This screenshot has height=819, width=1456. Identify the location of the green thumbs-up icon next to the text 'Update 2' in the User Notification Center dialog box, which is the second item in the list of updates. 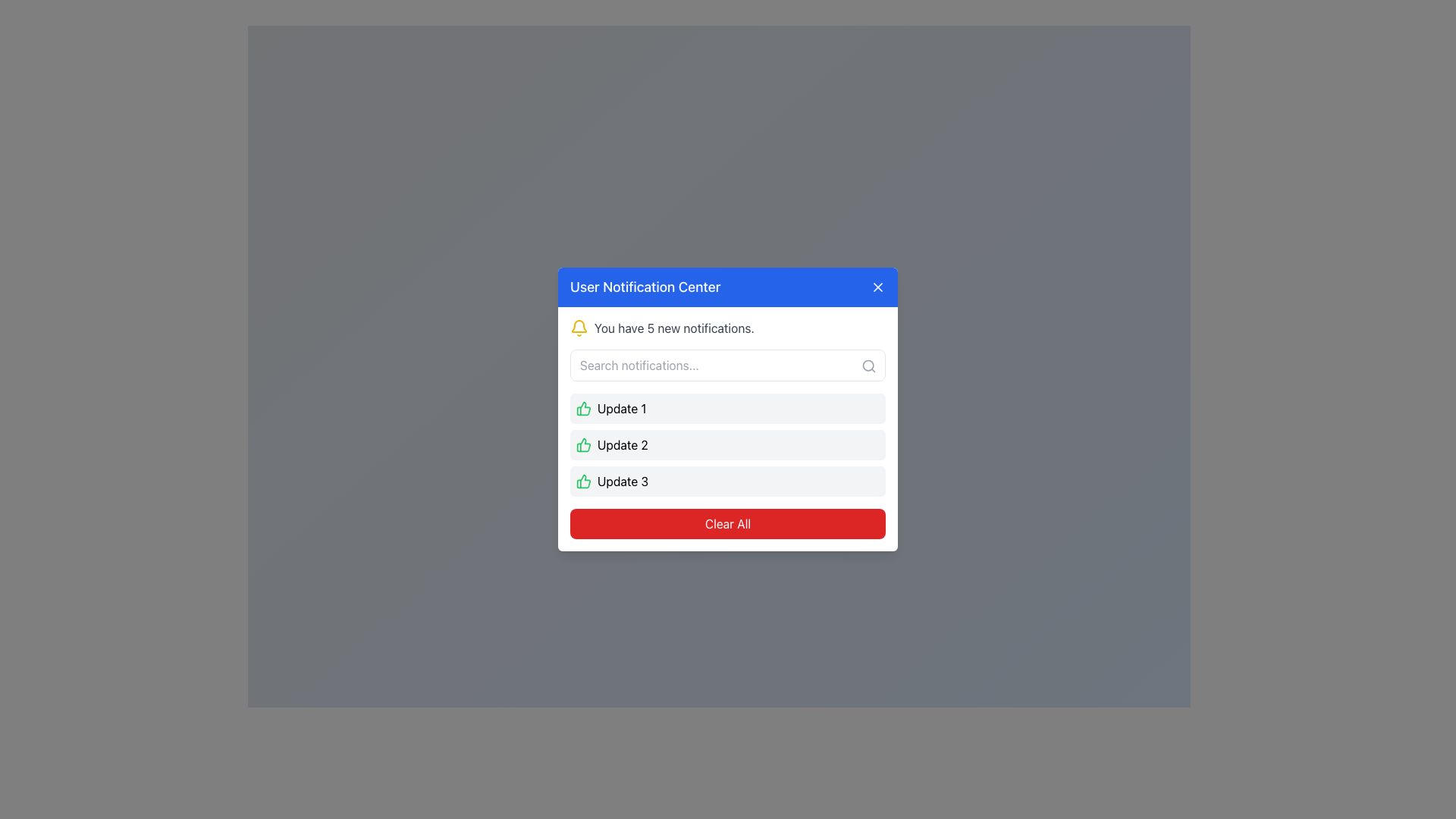
(728, 444).